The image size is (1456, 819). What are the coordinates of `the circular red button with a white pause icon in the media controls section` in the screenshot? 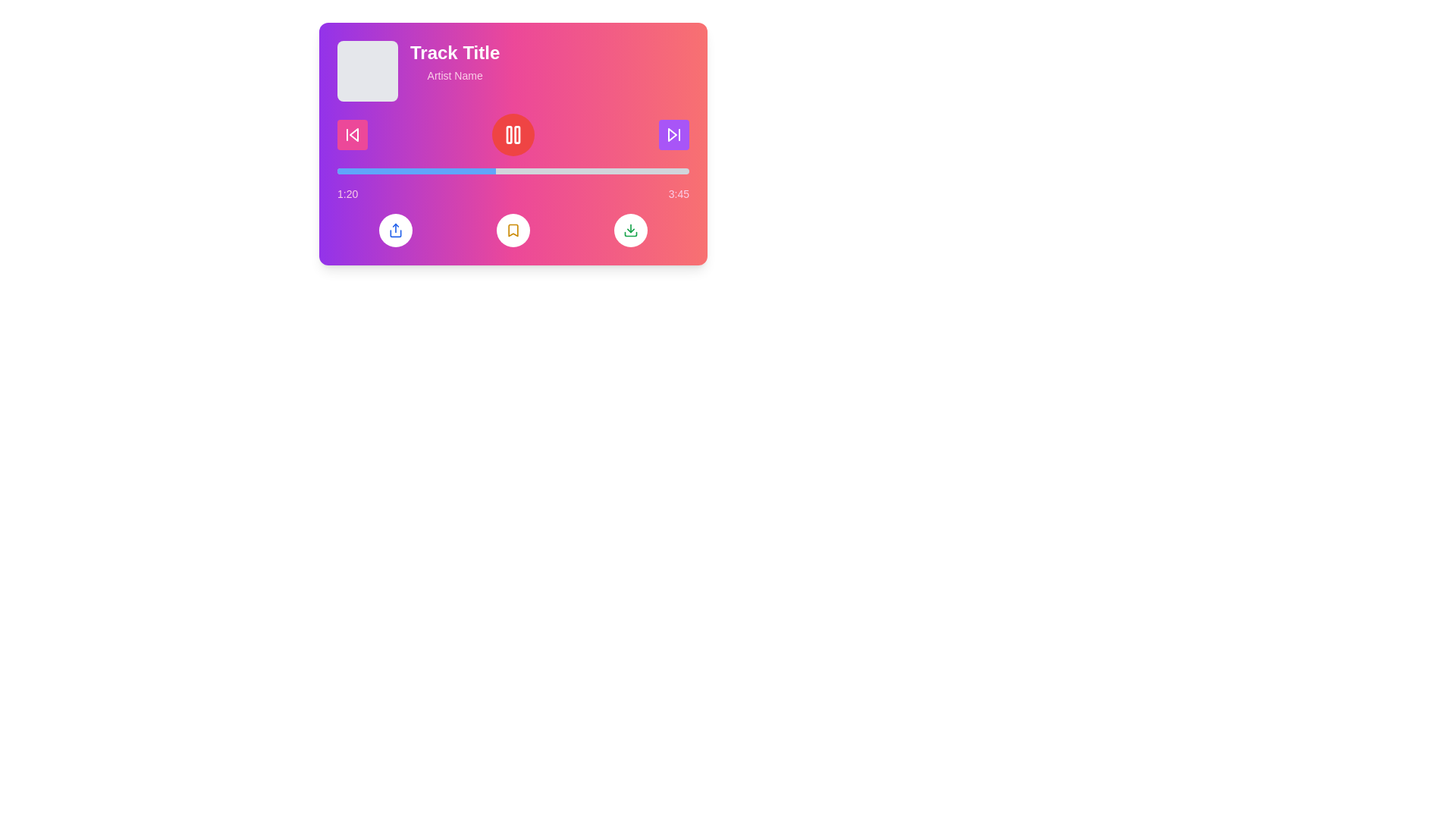 It's located at (513, 133).